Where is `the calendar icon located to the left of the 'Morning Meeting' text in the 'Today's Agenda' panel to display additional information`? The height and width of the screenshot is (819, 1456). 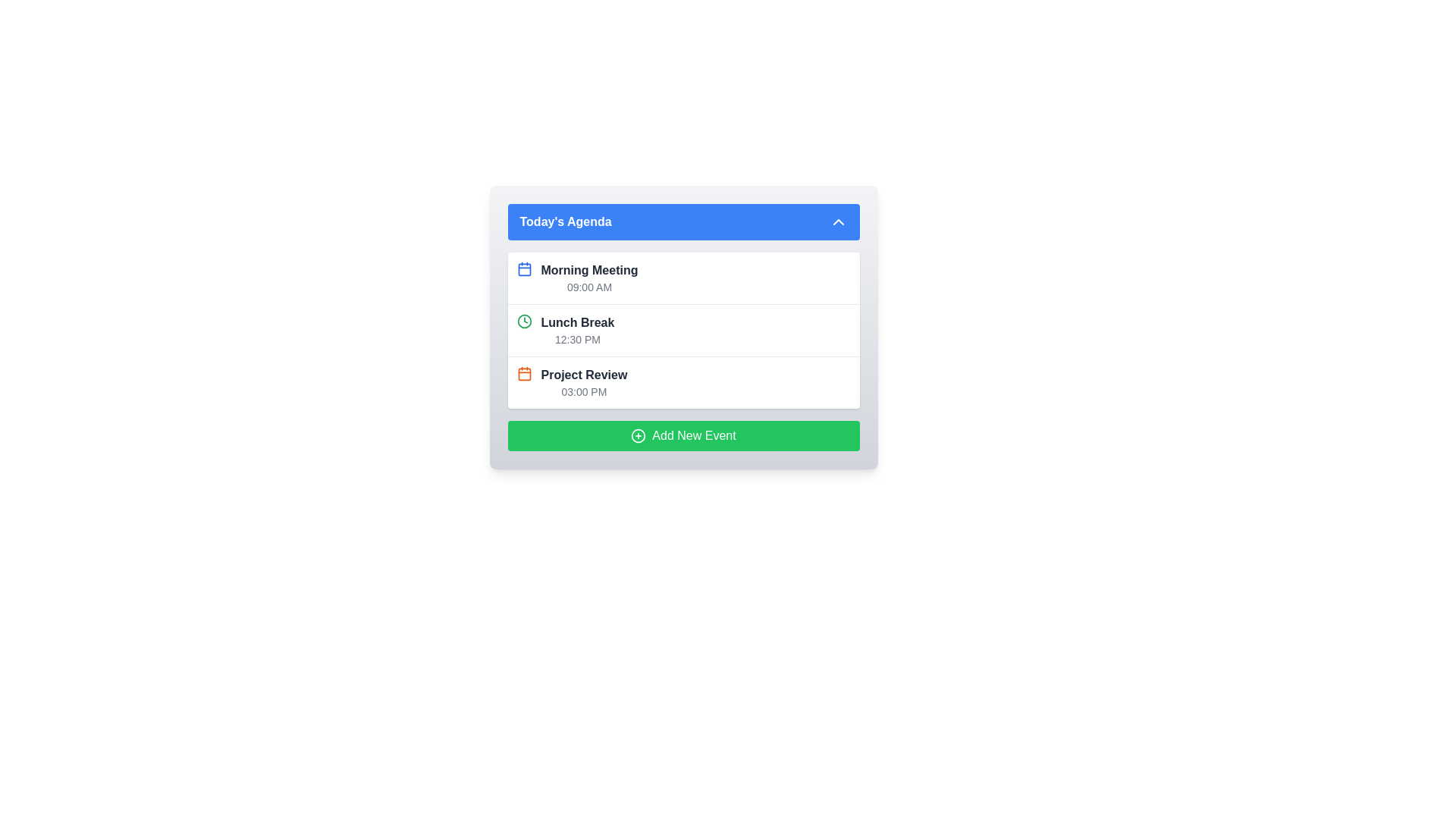 the calendar icon located to the left of the 'Morning Meeting' text in the 'Today's Agenda' panel to display additional information is located at coordinates (524, 278).